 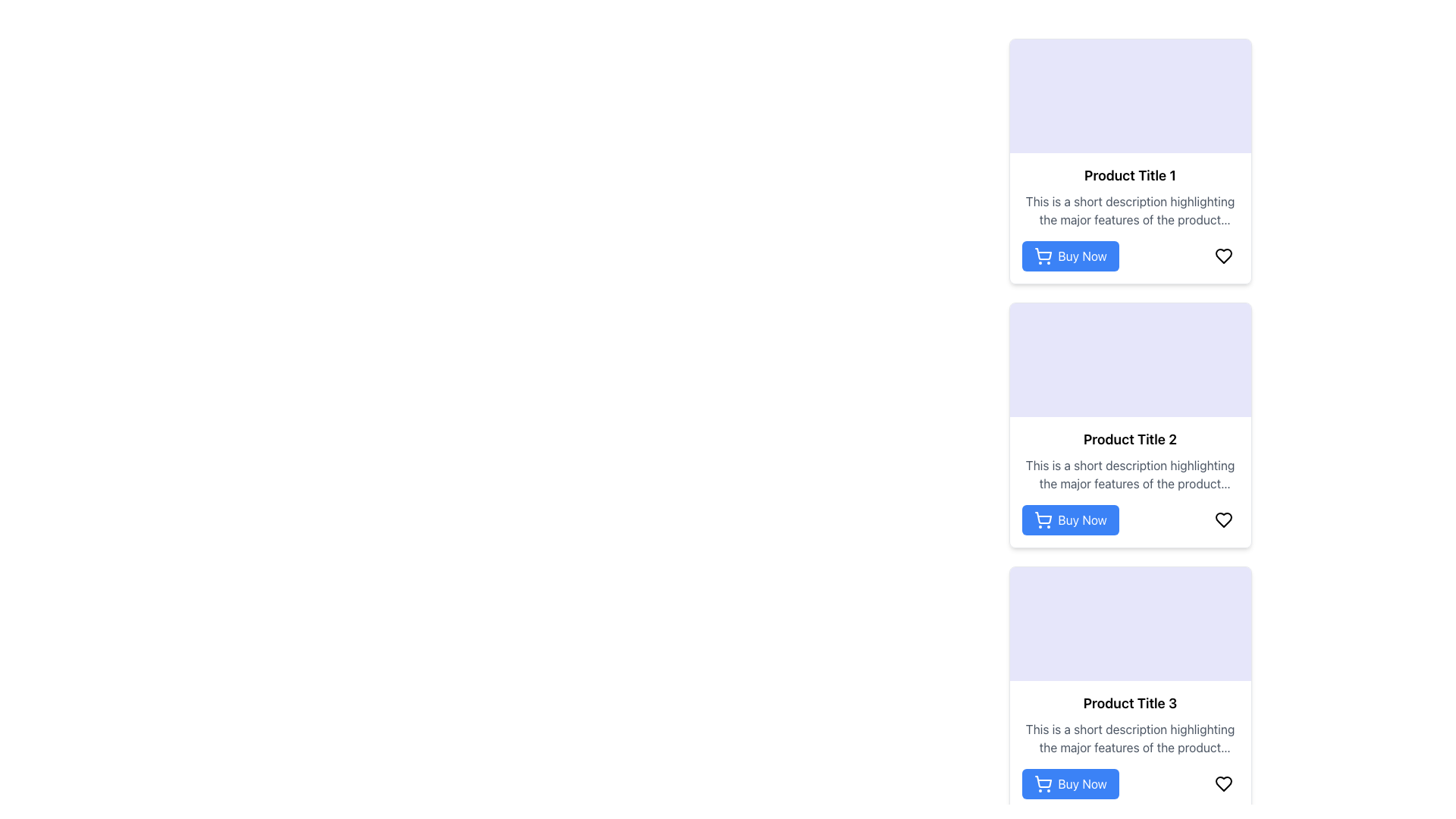 What do you see at coordinates (1223, 519) in the screenshot?
I see `the 'favorite' button located on the right side of the 'Buy Now' button for 'Product Title 2'` at bounding box center [1223, 519].